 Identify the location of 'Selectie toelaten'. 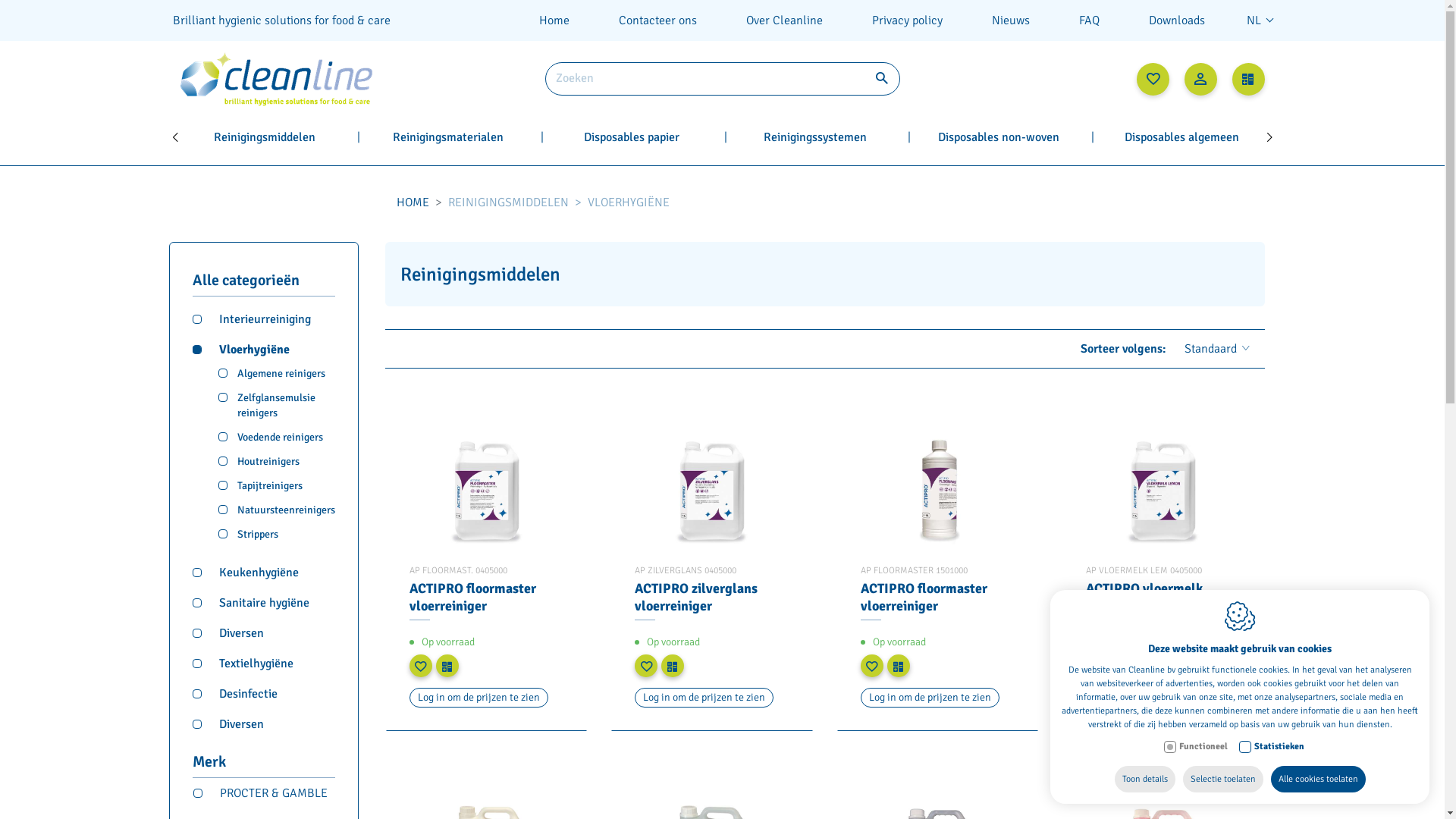
(1222, 779).